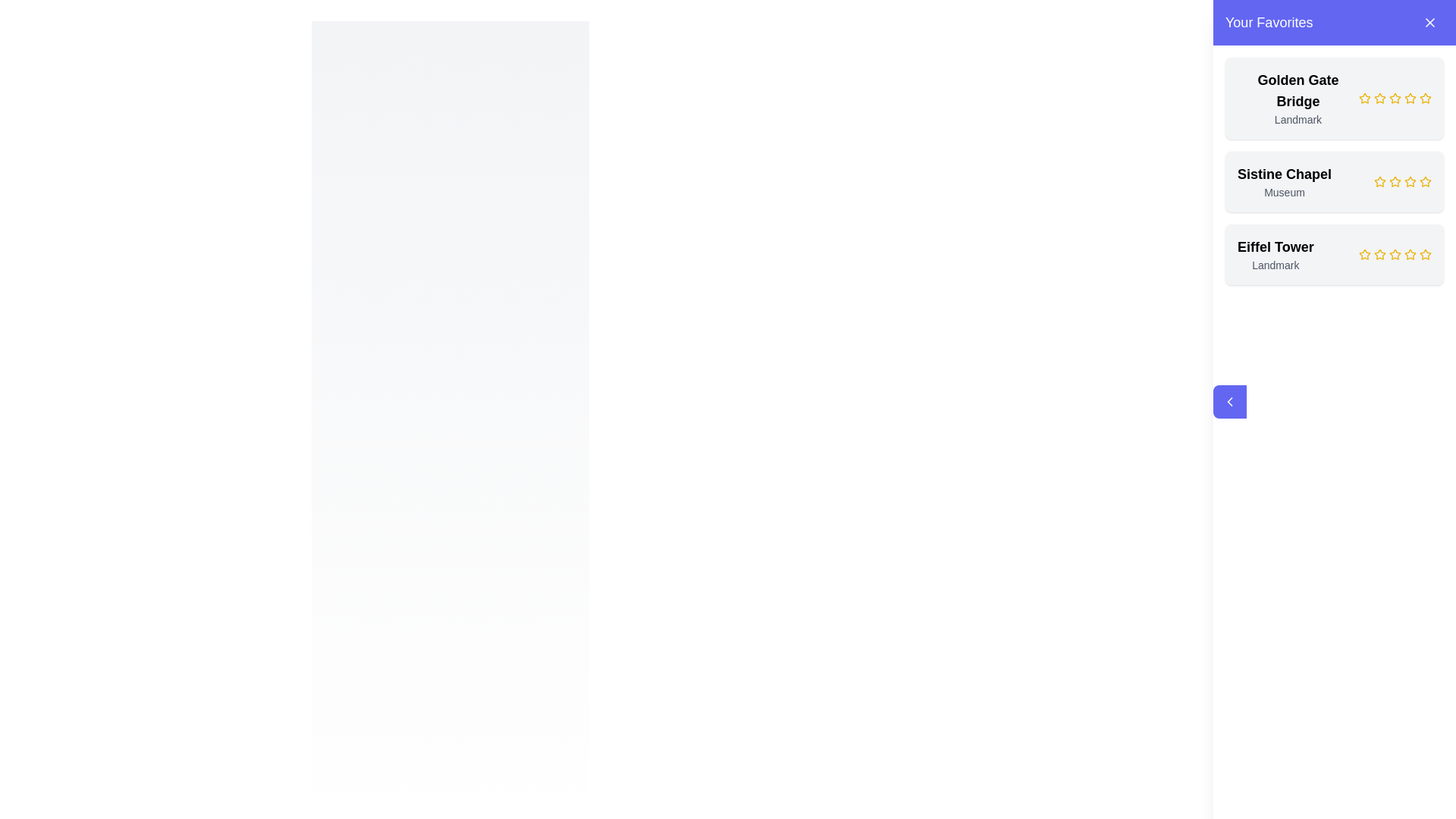 This screenshot has height=819, width=1456. Describe the element at coordinates (1379, 253) in the screenshot. I see `the third star in the star rating system for the 'Eiffel Tower' entry` at that location.